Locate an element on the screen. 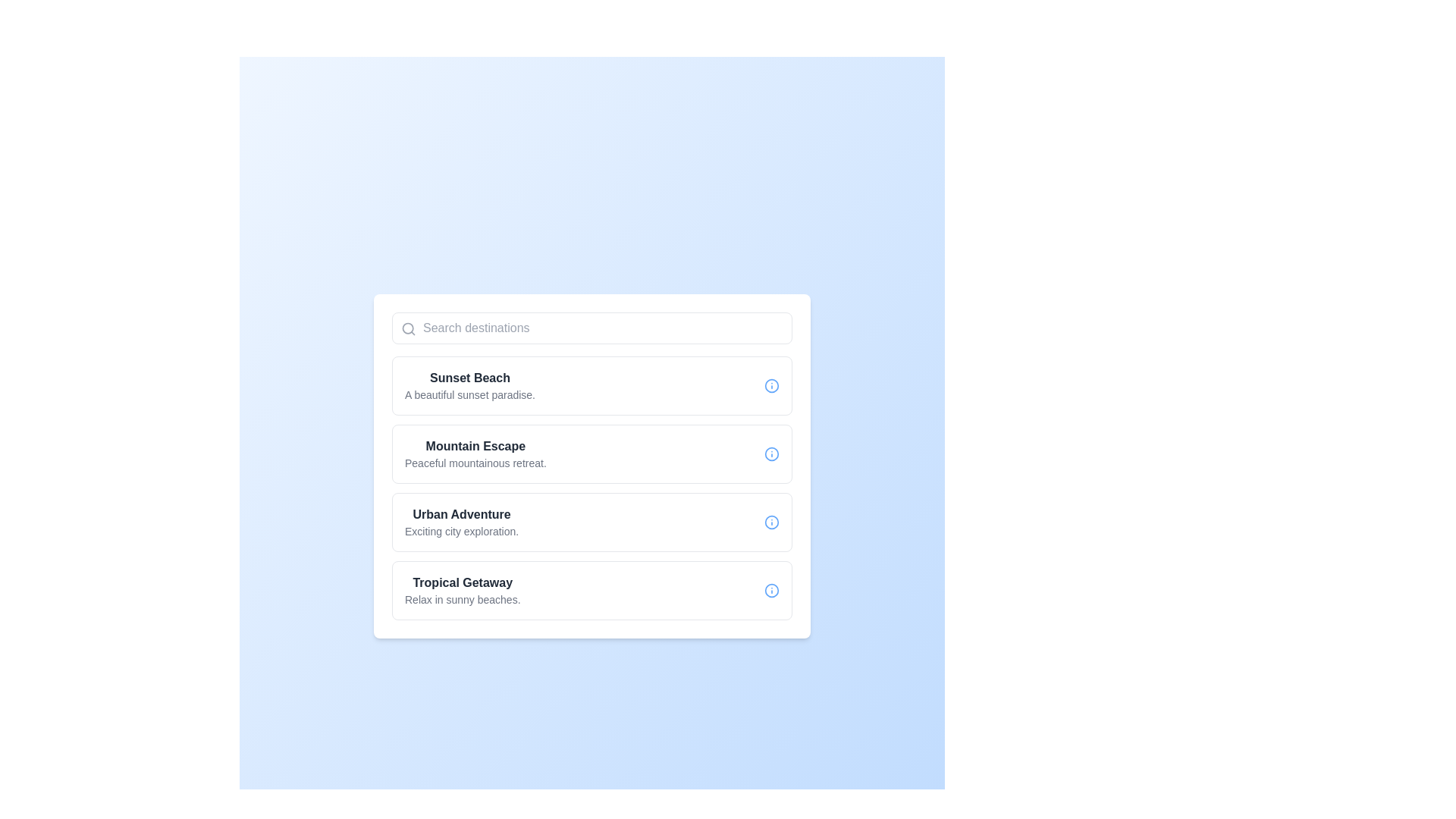 The height and width of the screenshot is (819, 1456). text label located directly below the heading 'Mountain Escape,' which serves as a descriptive subtitle for additional context is located at coordinates (475, 462).